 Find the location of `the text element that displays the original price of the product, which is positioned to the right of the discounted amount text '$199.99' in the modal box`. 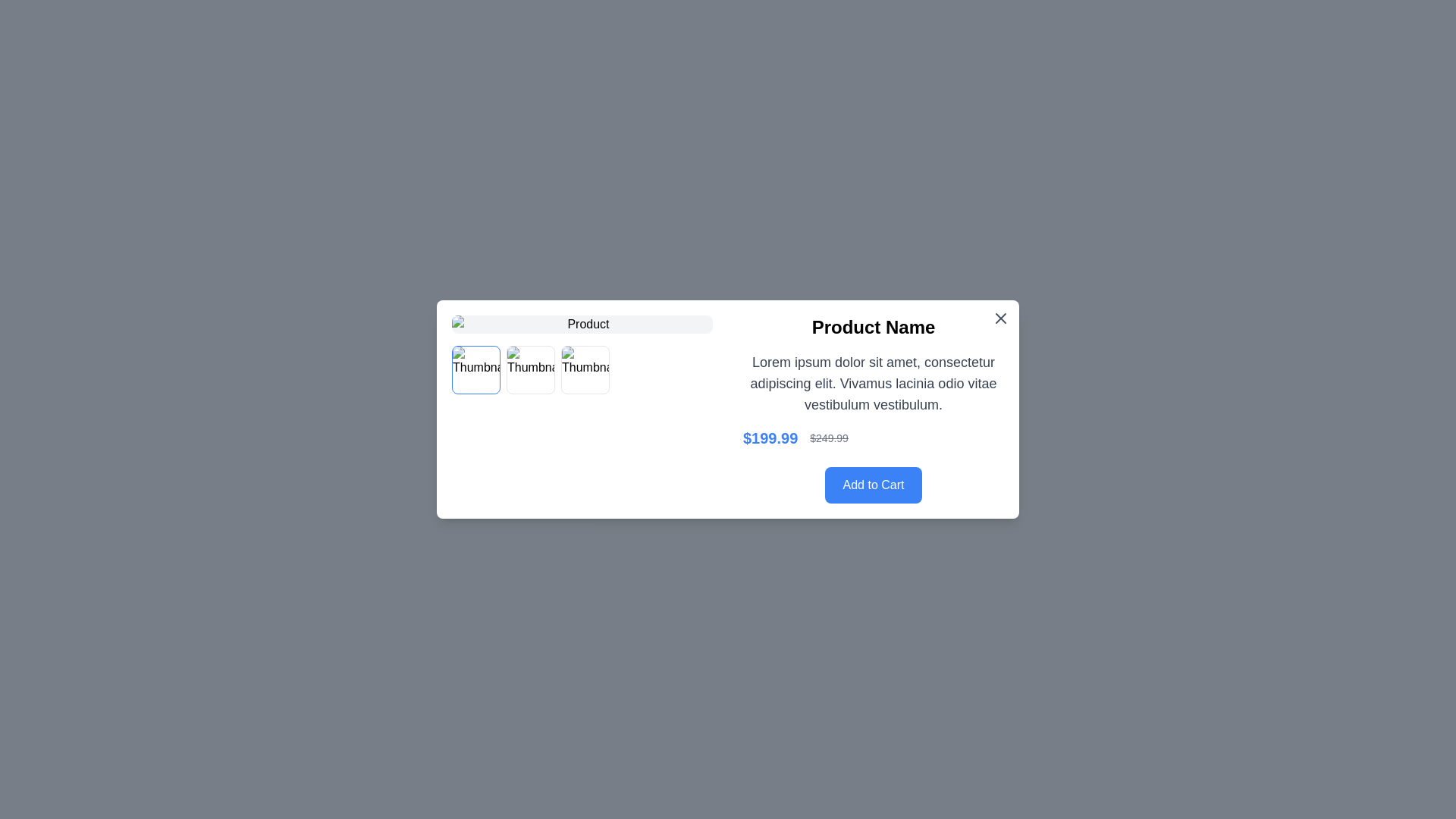

the text element that displays the original price of the product, which is positioned to the right of the discounted amount text '$199.99' in the modal box is located at coordinates (828, 438).